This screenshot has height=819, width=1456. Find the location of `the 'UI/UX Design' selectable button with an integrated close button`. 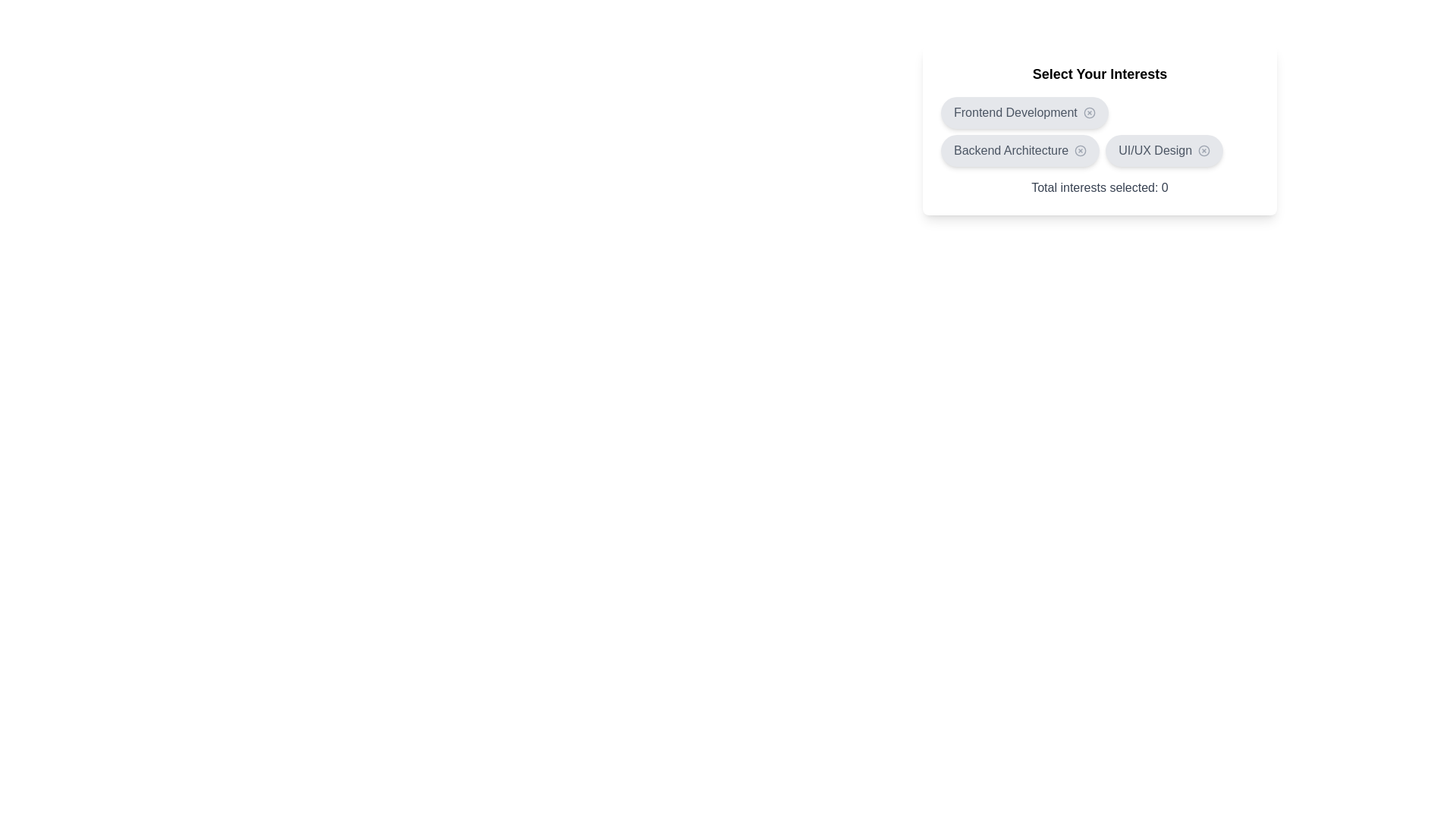

the 'UI/UX Design' selectable button with an integrated close button is located at coordinates (1163, 151).